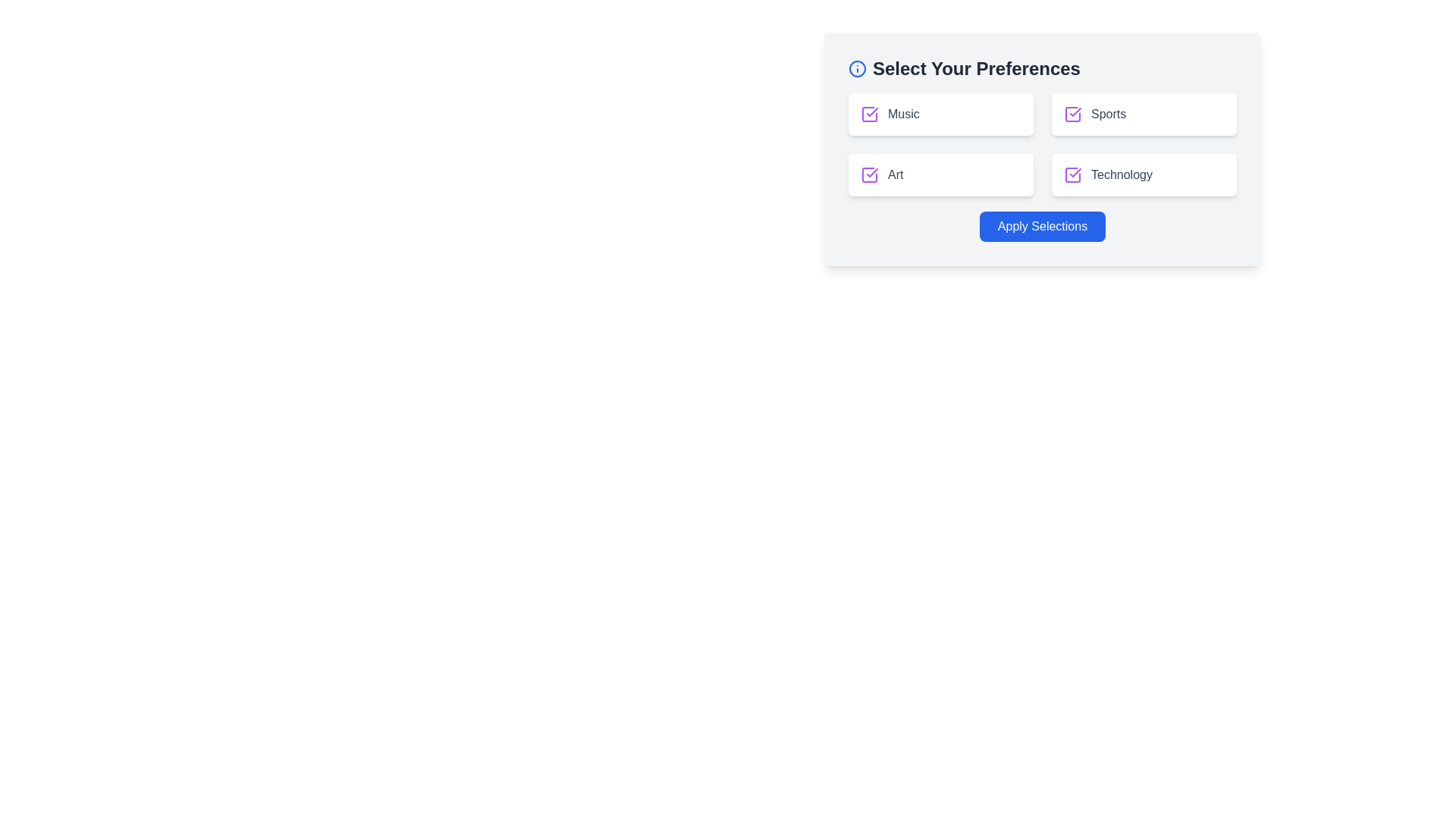 Image resolution: width=1456 pixels, height=819 pixels. I want to click on the selection feedback for the 'Technology' preference category icon located in the bottom-right cell of the preference selection grid, adjacent to the 'Technology' label, so click(1072, 174).